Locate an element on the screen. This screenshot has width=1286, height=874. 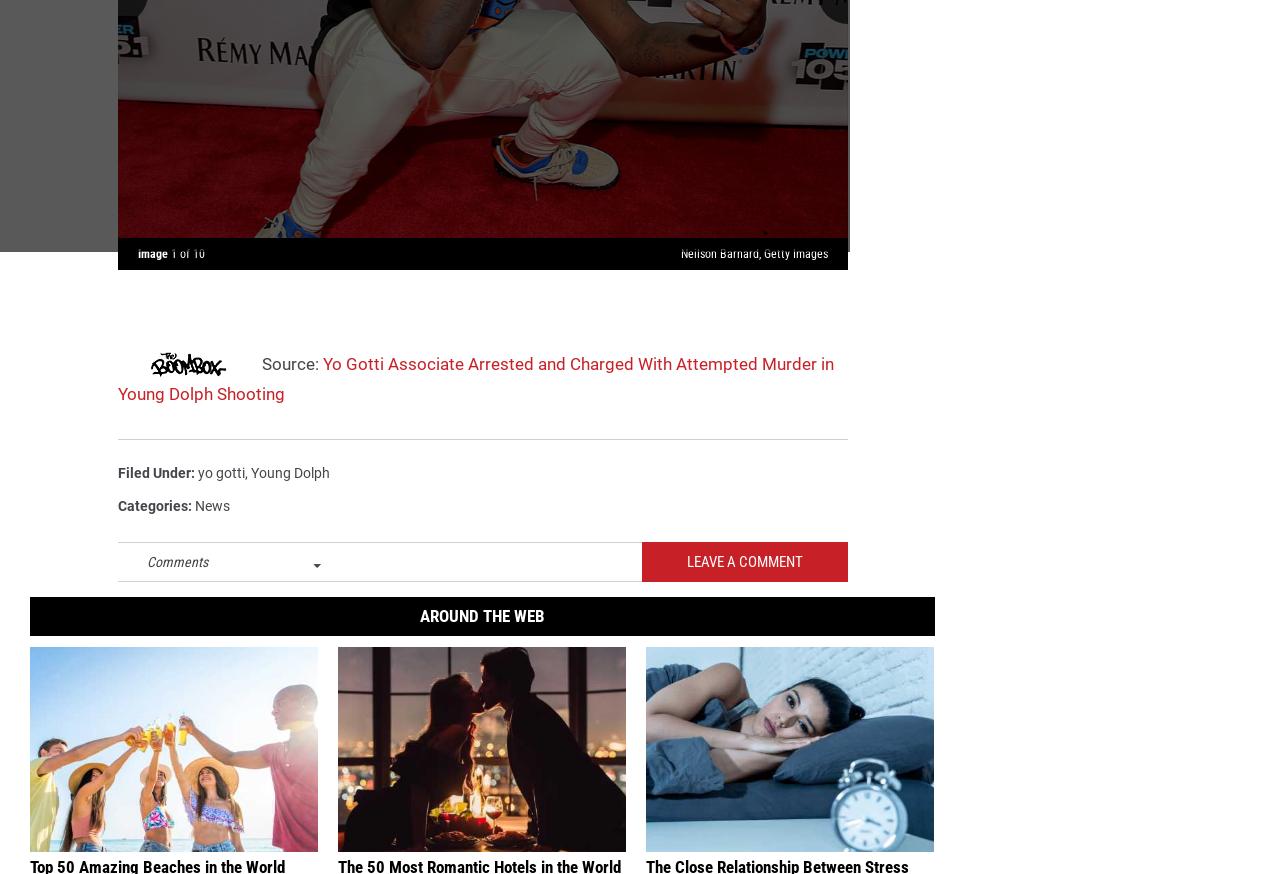
'Source:' is located at coordinates (257, 371).